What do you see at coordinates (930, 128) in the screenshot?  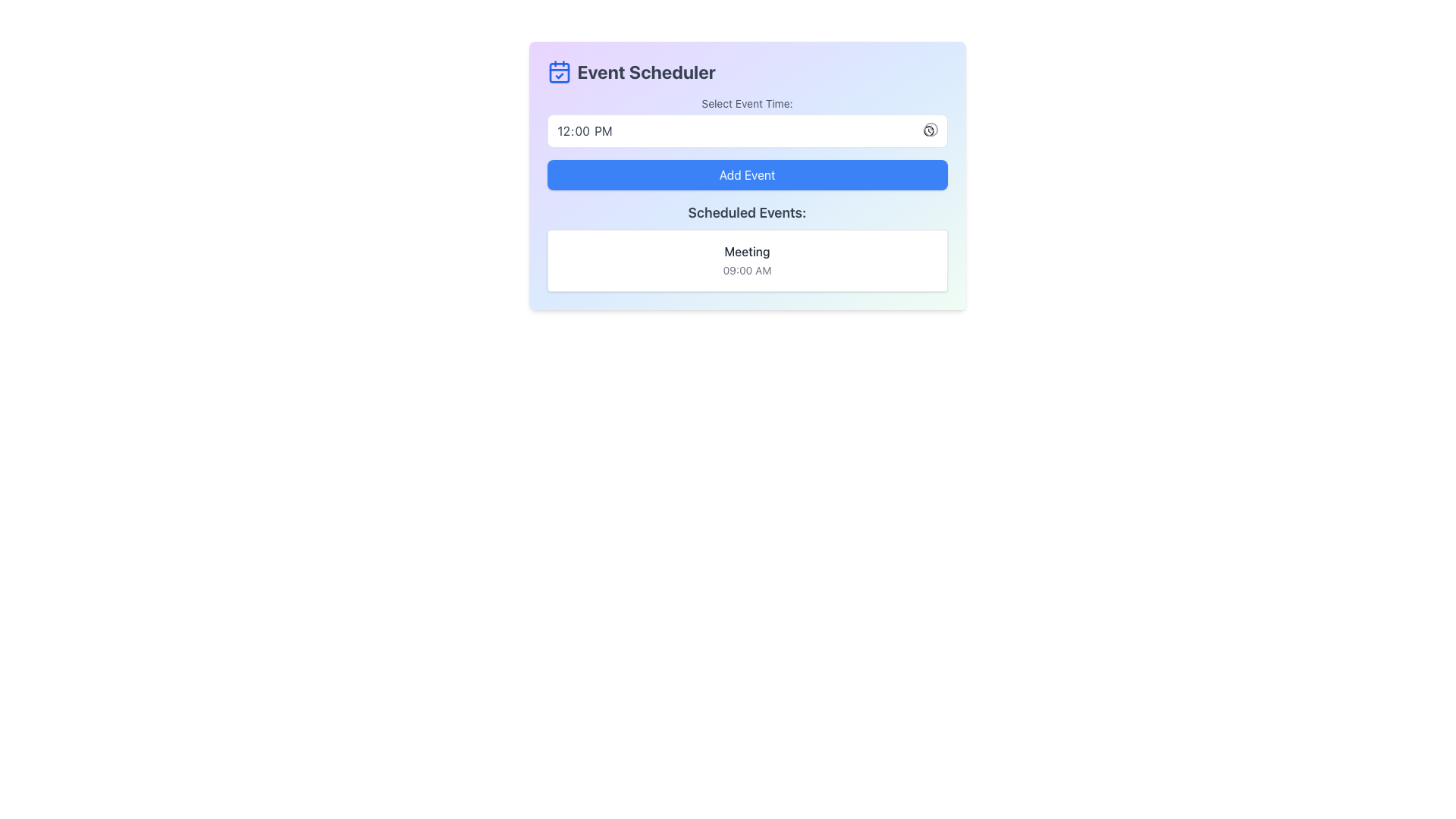 I see `the time selection icon located at the top-right corner of the input field to trigger a tooltip or visual change` at bounding box center [930, 128].